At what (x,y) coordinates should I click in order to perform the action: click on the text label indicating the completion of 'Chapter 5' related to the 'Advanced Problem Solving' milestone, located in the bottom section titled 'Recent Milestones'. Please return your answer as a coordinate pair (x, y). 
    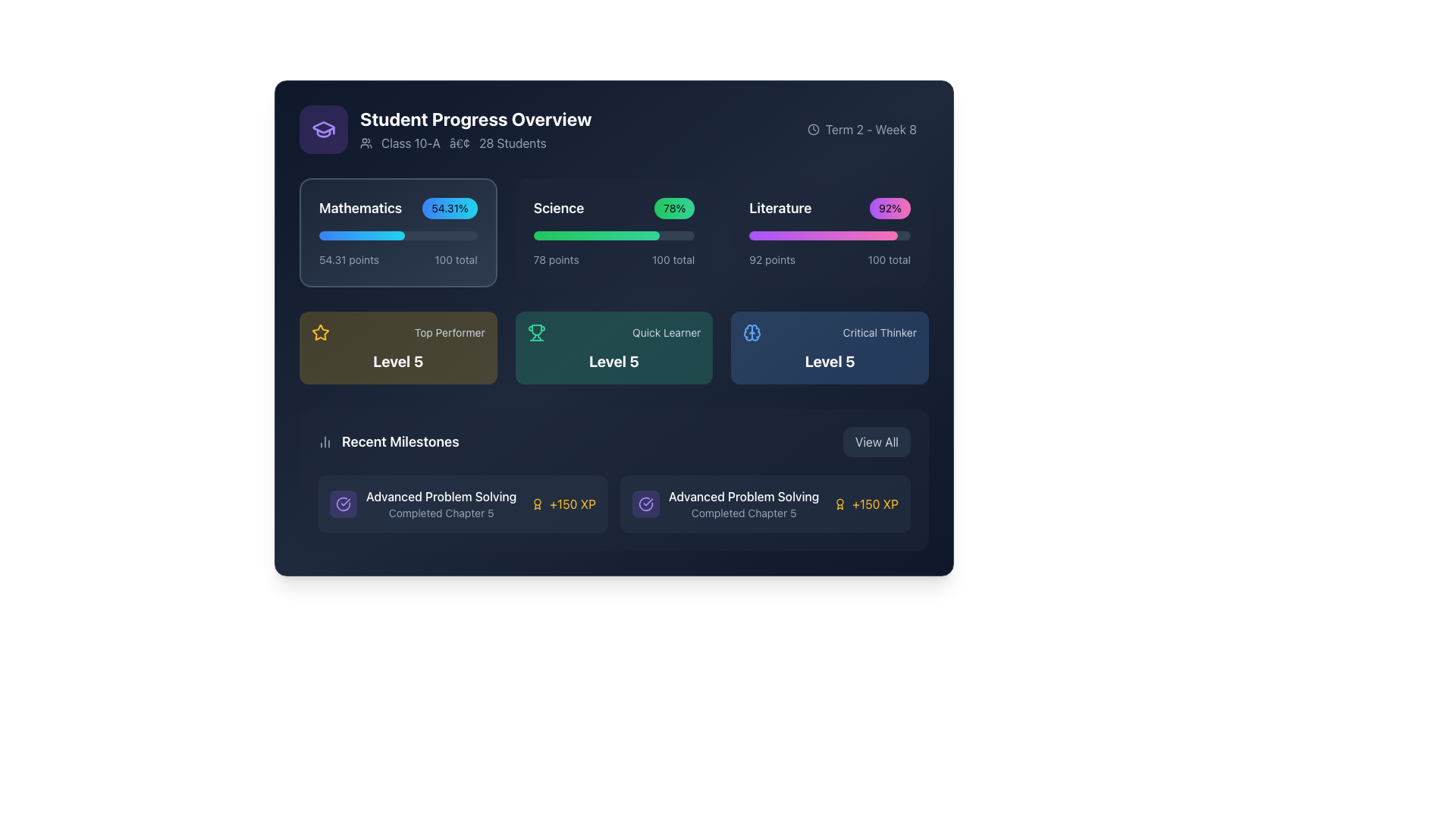
    Looking at the image, I should click on (744, 513).